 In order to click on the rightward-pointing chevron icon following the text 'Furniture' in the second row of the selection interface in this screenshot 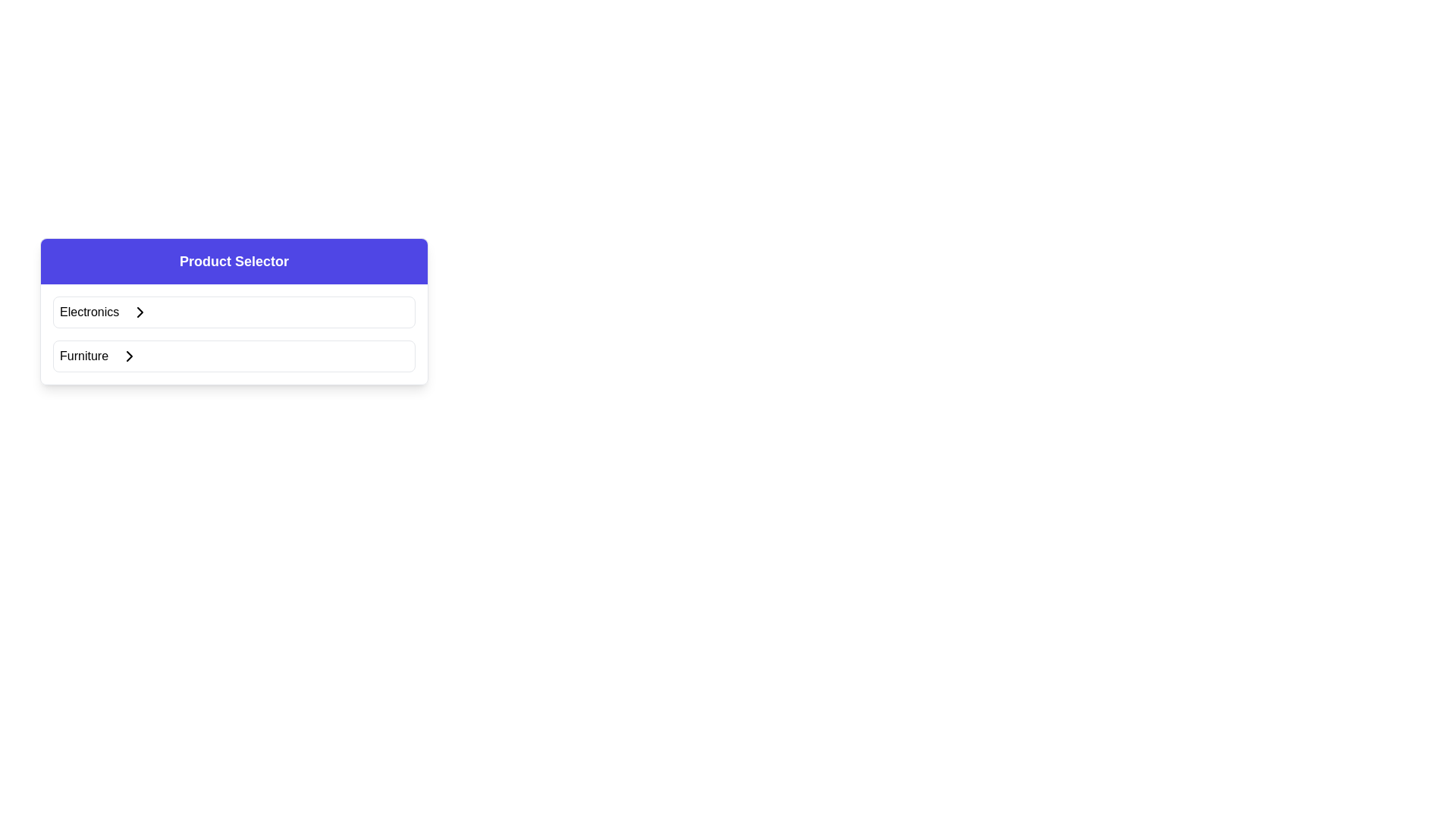, I will do `click(130, 356)`.